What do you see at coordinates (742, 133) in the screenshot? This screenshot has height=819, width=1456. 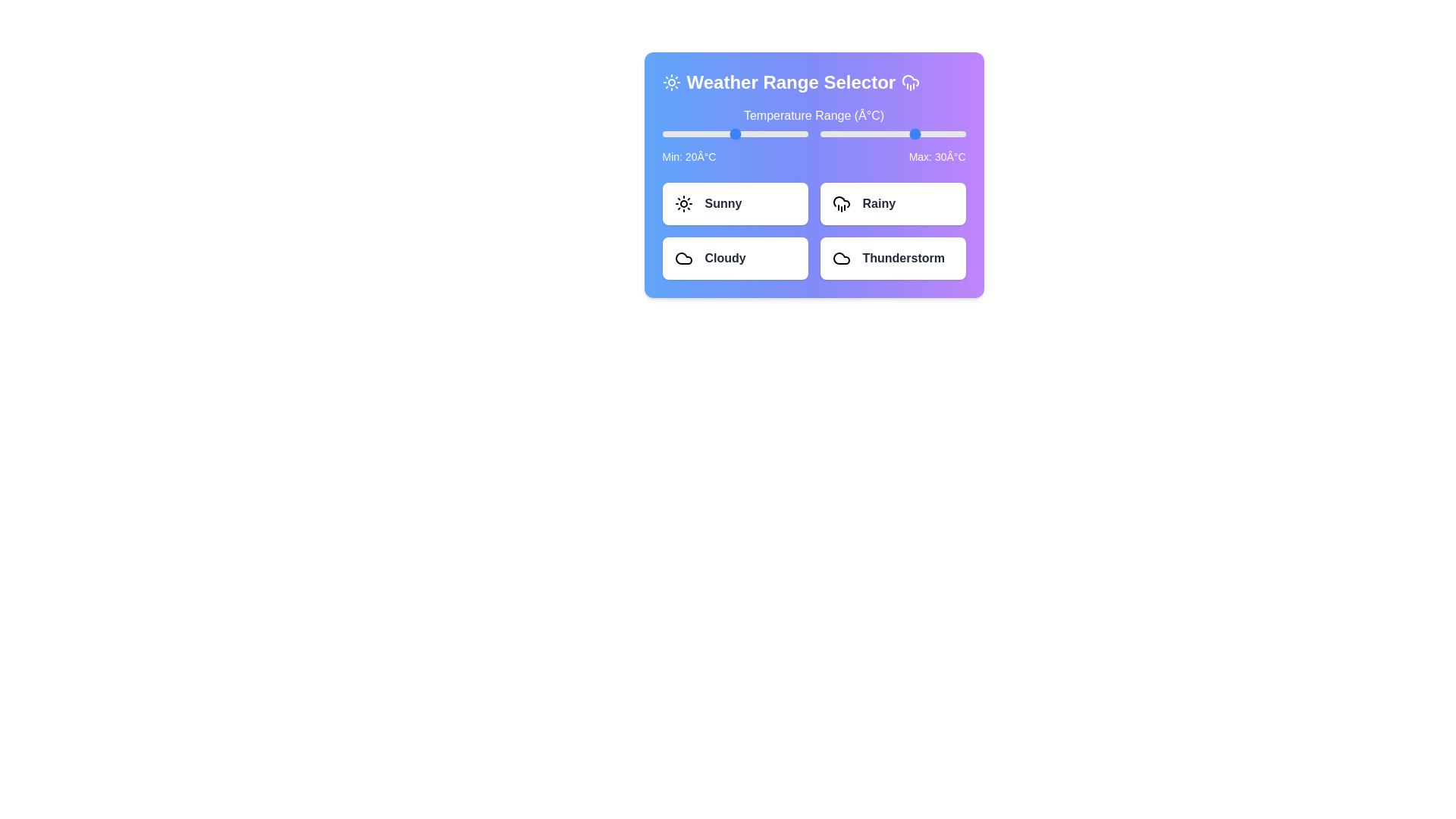 I see `the minimum temperature range slider to 23°C` at bounding box center [742, 133].